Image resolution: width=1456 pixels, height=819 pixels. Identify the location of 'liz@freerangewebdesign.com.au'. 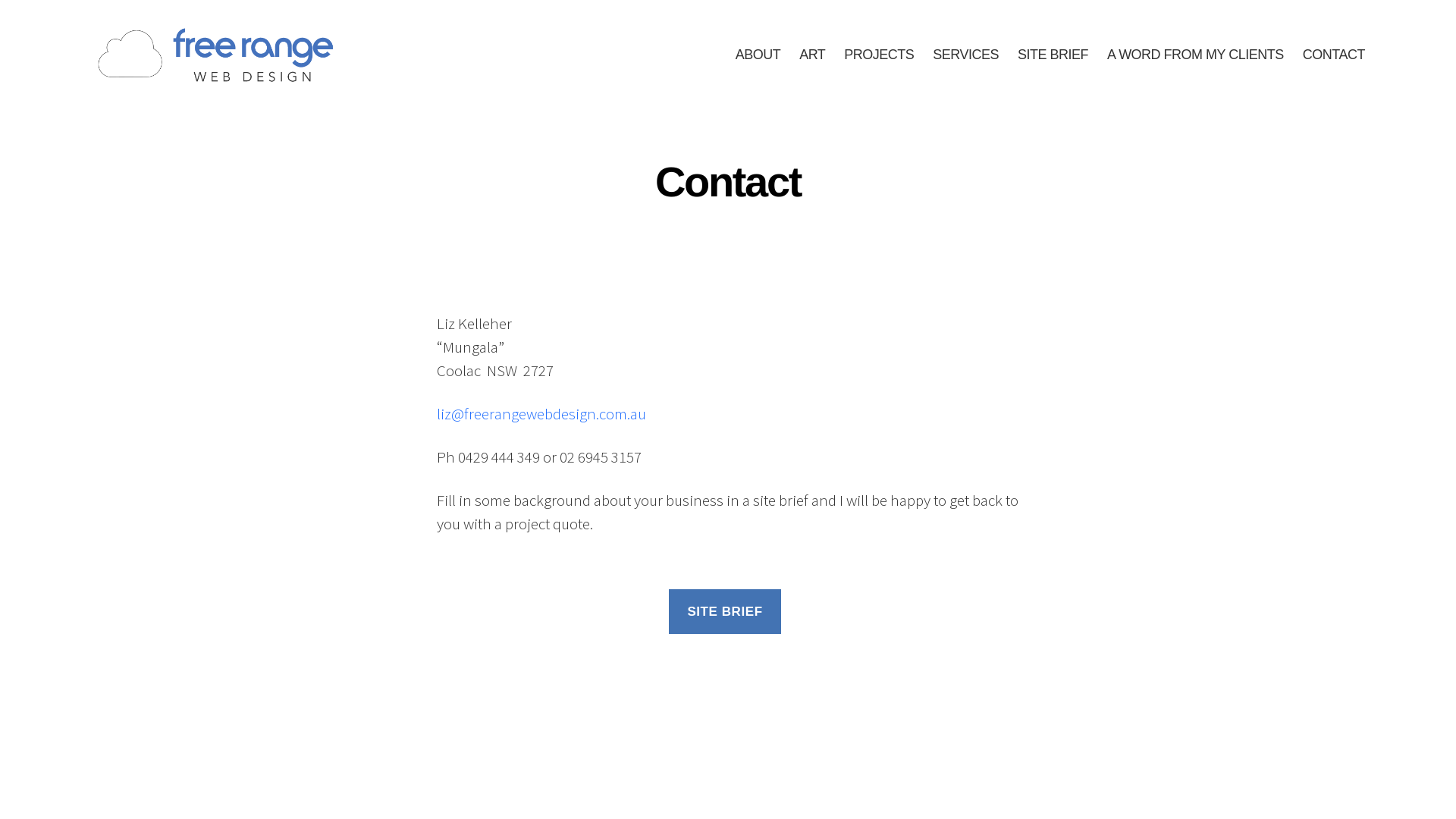
(436, 413).